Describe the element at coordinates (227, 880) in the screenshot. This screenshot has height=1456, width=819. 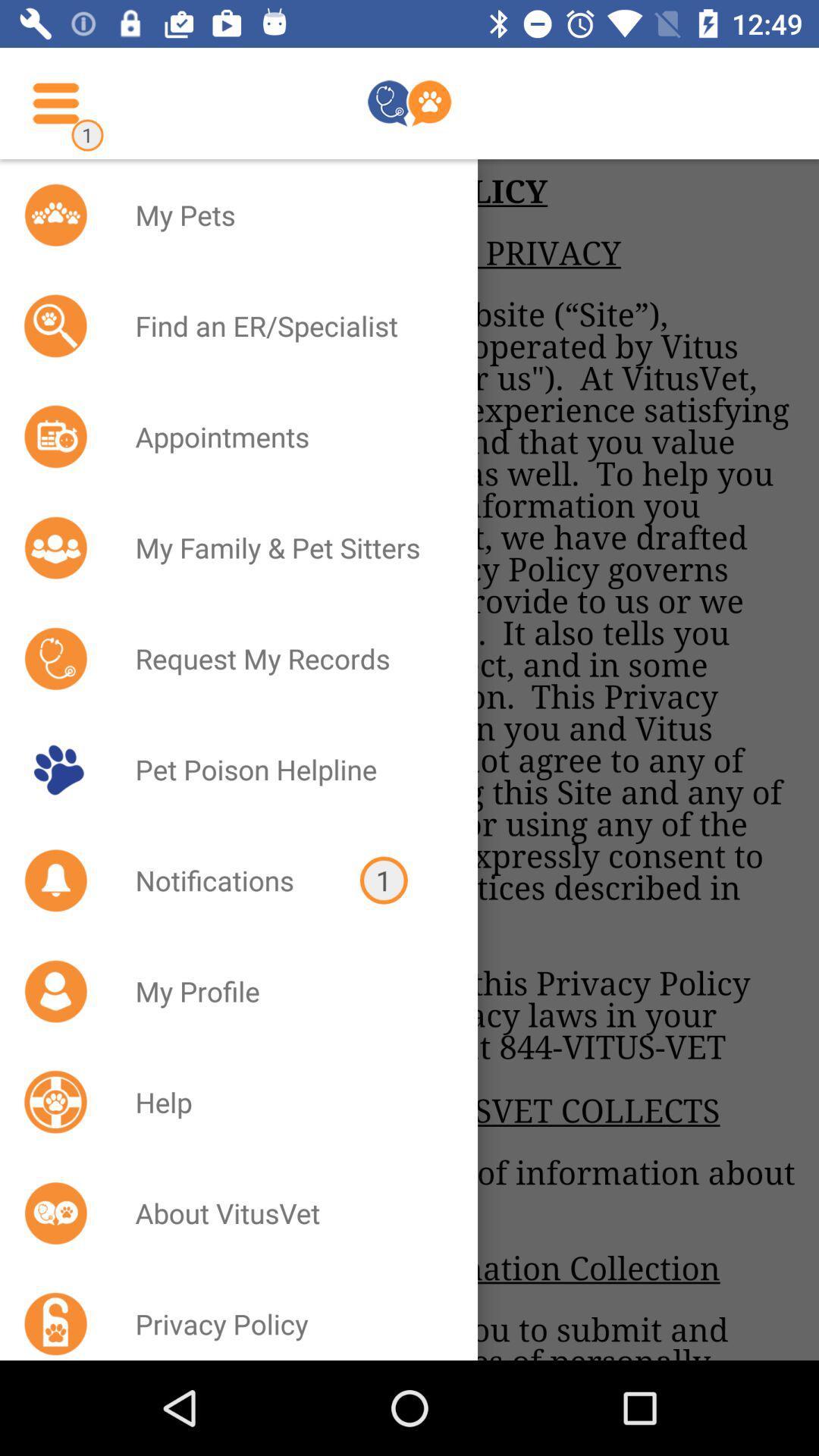
I see `notifications item` at that location.